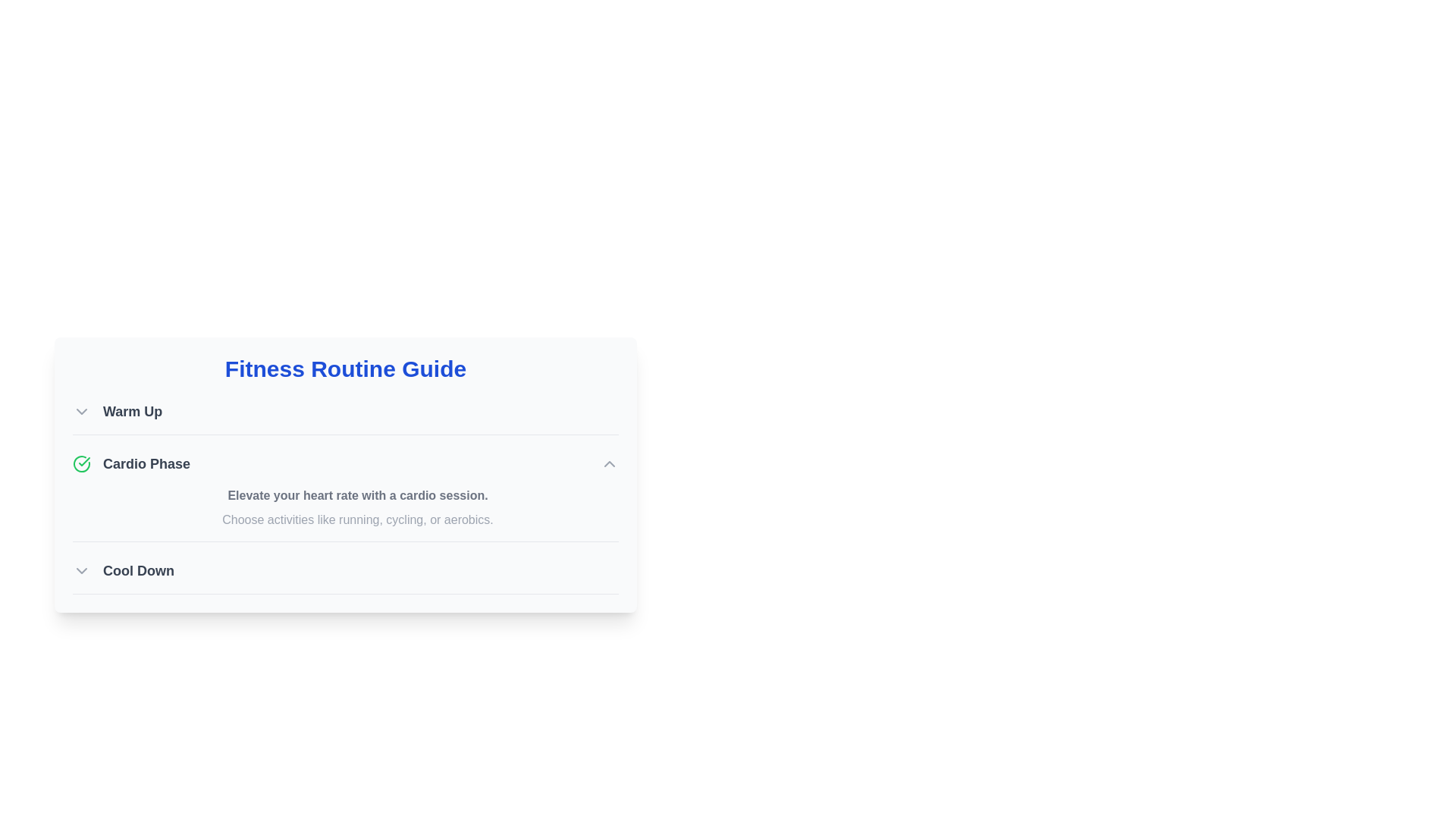  What do you see at coordinates (81, 412) in the screenshot?
I see `the dropdown toggle icon located to the left of the 'Warm Up' section` at bounding box center [81, 412].